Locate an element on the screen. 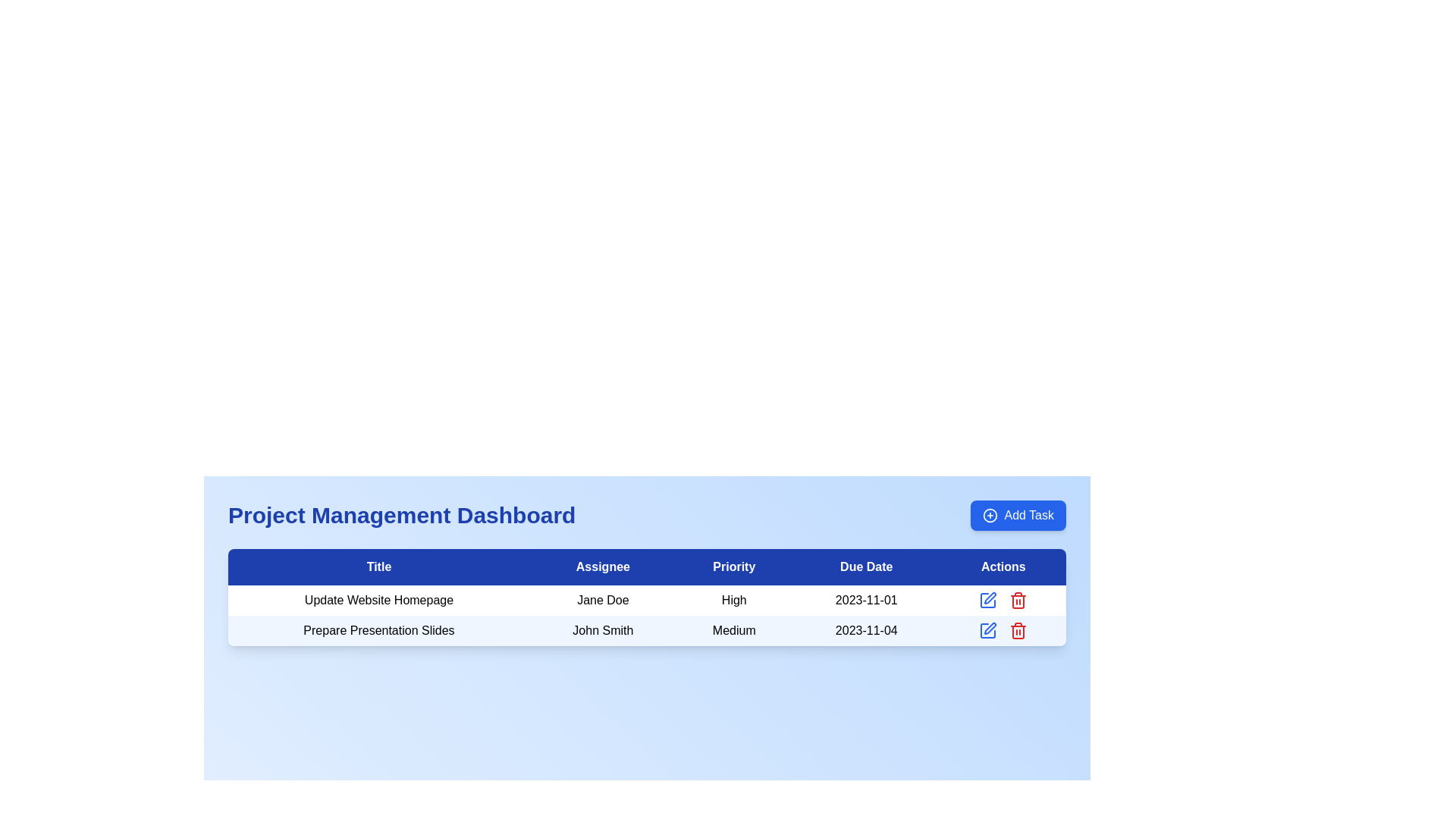 The height and width of the screenshot is (819, 1456). the icon button in the 'Actions' cell of the row for the task 'Prepare Presentation Slides' to initiate editing is located at coordinates (1003, 631).